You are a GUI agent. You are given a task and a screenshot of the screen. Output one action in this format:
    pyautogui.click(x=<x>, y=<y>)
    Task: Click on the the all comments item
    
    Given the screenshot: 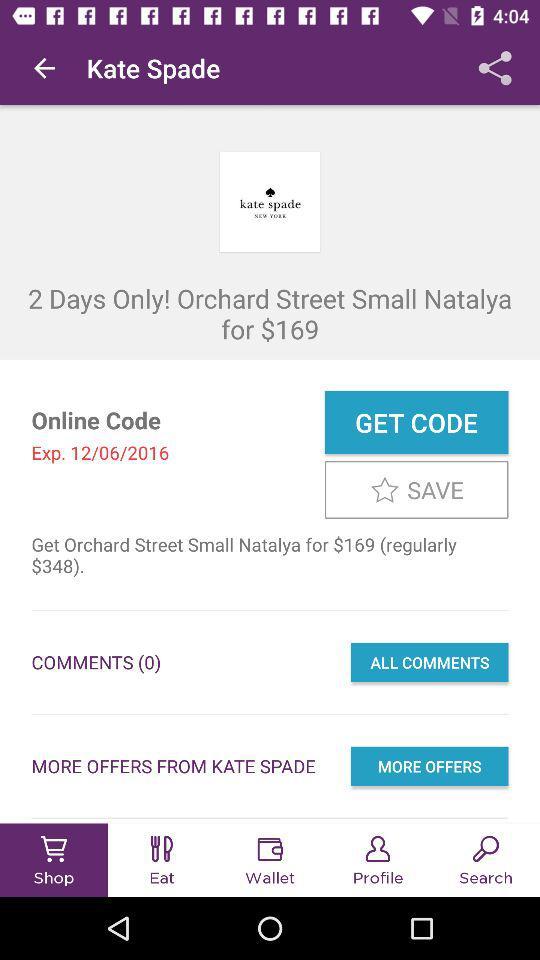 What is the action you would take?
    pyautogui.click(x=428, y=662)
    